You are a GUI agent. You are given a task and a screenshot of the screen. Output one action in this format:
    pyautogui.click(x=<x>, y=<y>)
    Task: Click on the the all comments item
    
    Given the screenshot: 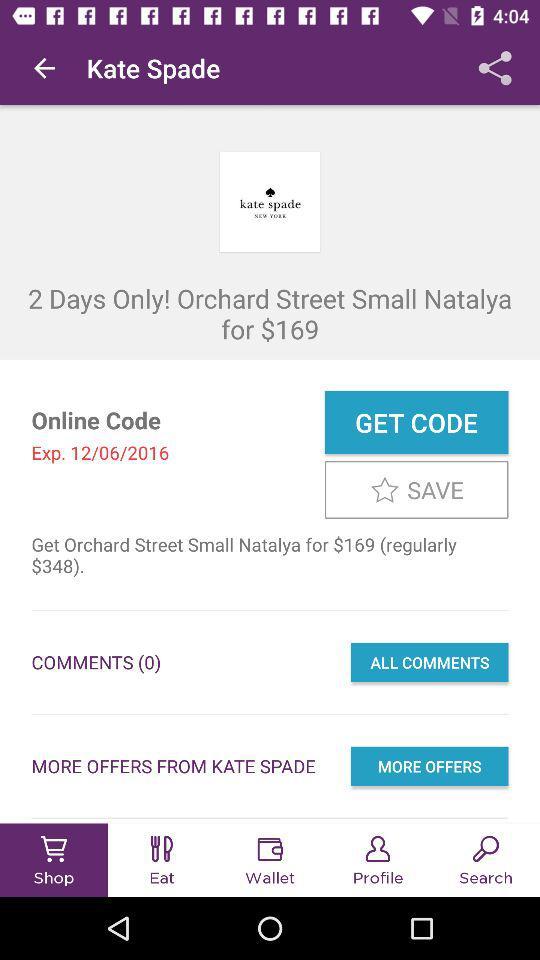 What is the action you would take?
    pyautogui.click(x=428, y=662)
    